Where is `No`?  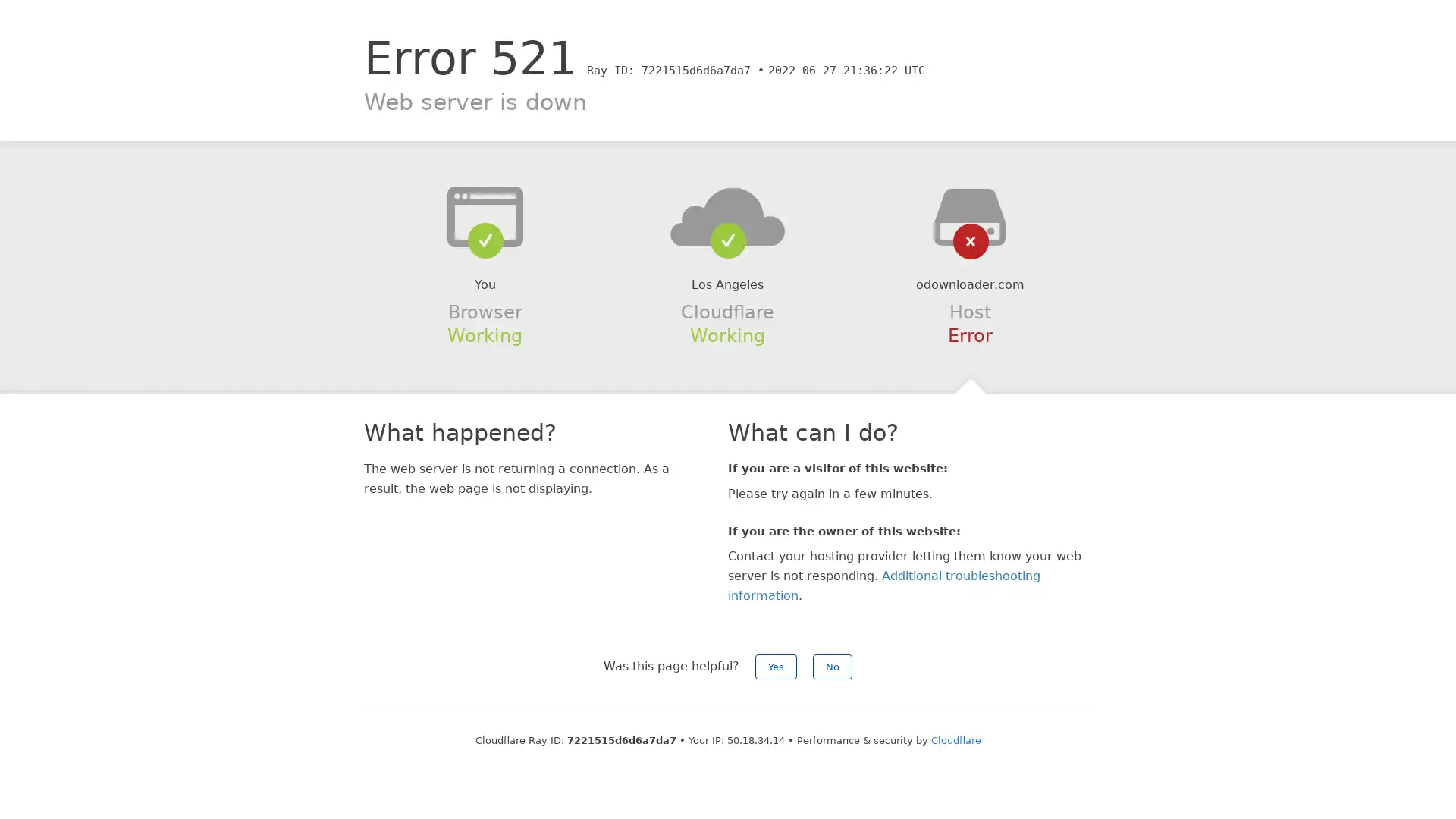 No is located at coordinates (832, 666).